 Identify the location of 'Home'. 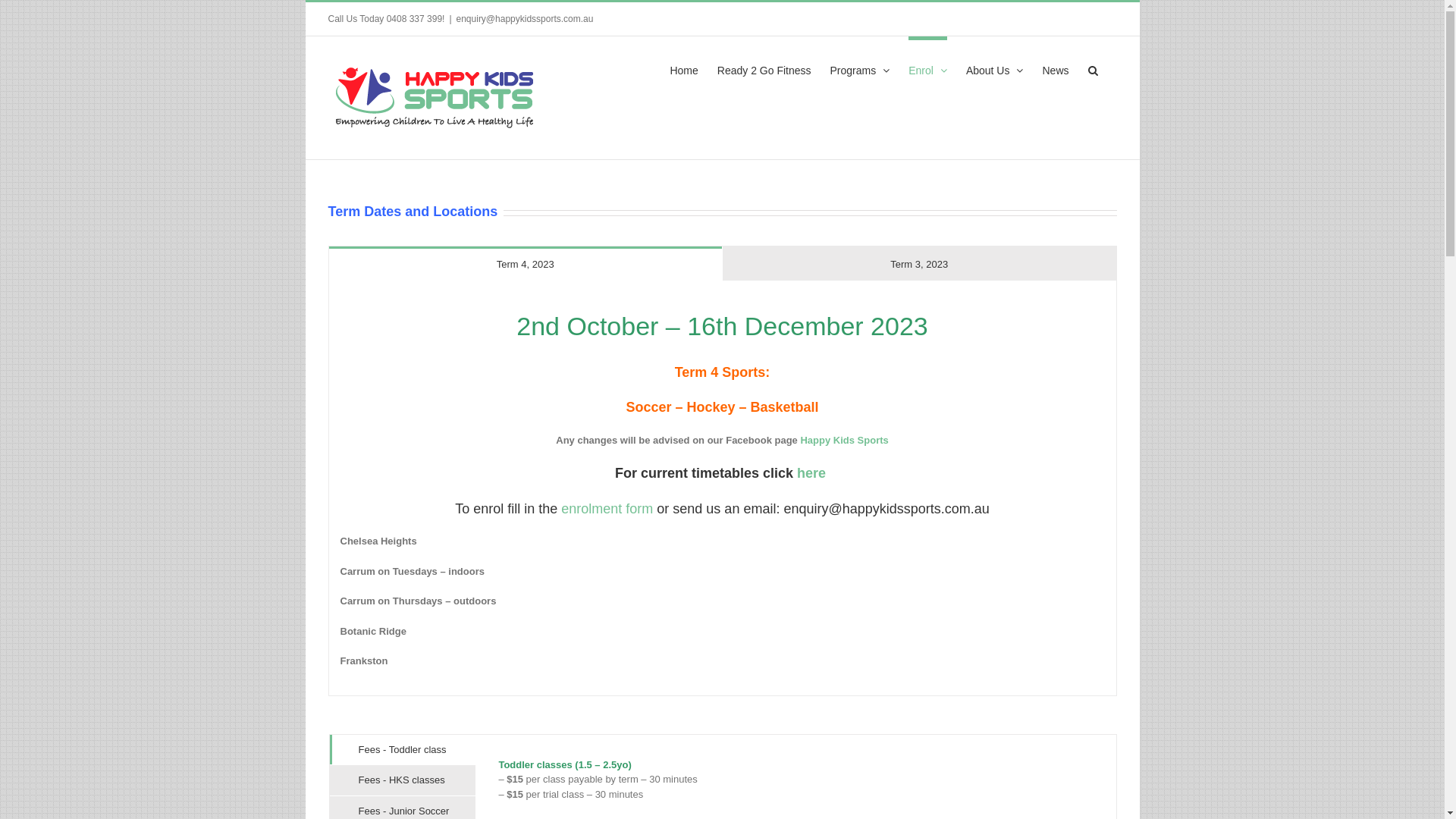
(669, 67).